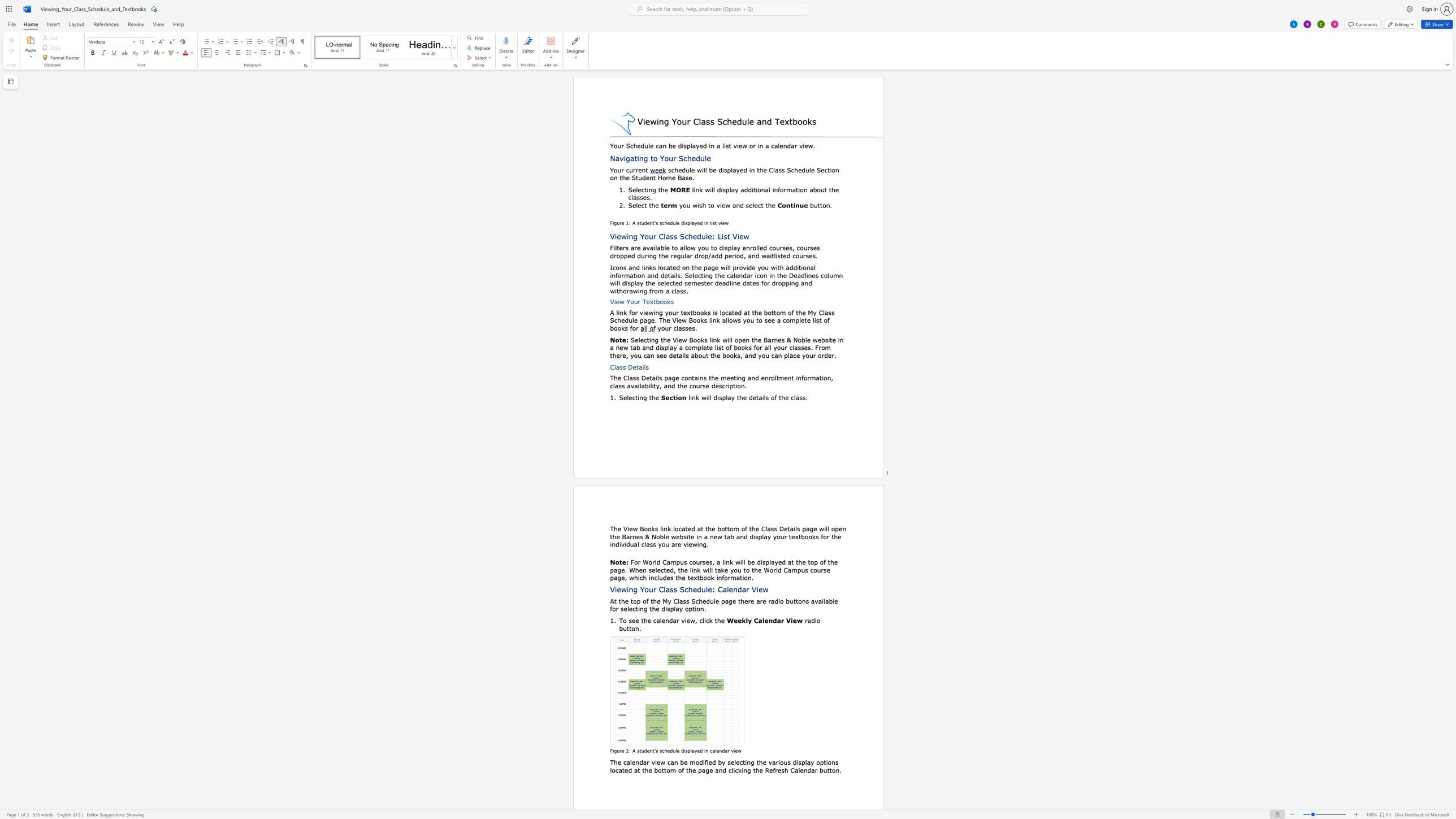 The image size is (1456, 819). I want to click on the 12th character "i" in the text, so click(616, 290).